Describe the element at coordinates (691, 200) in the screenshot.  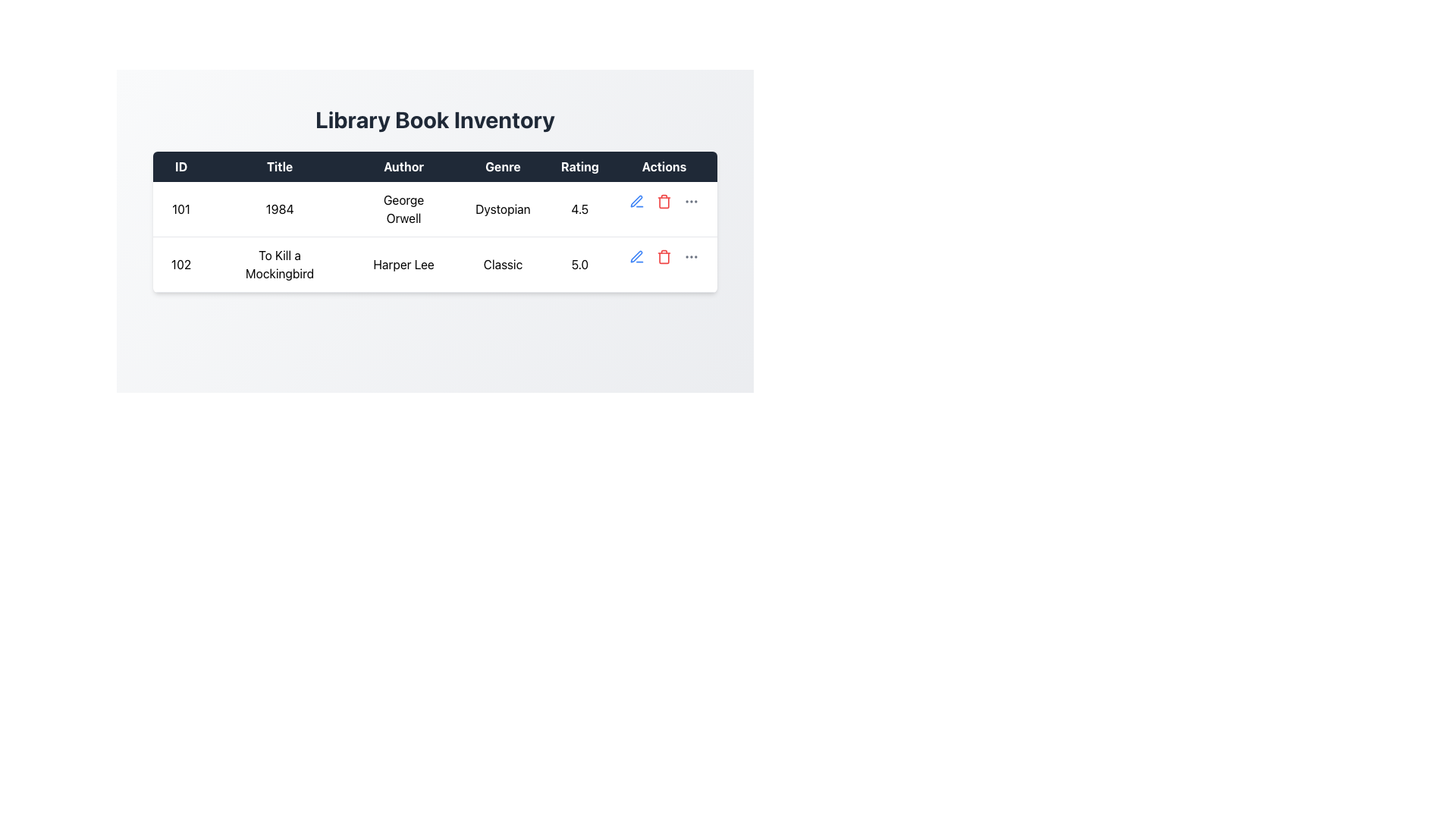
I see `the Ellipsis Icon in the 'Actions' column of the second row in the 'Library Book Inventory' table` at that location.